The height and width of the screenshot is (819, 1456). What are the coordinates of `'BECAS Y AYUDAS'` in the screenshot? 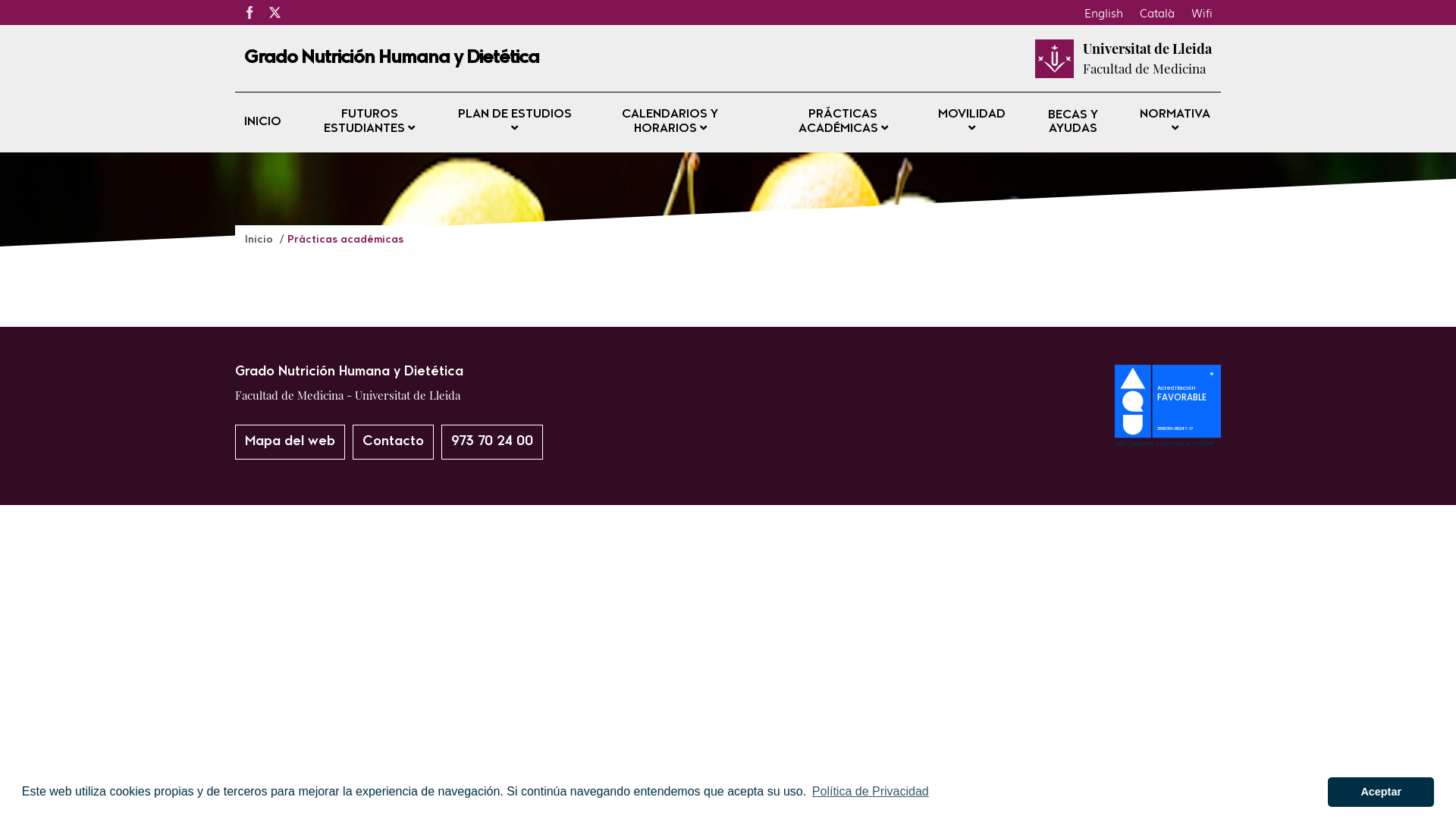 It's located at (1072, 121).